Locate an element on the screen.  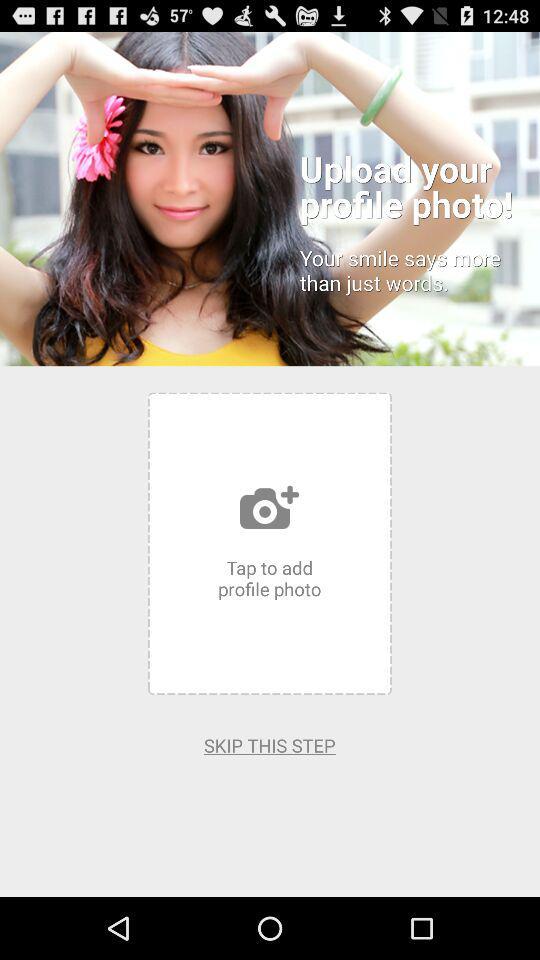
the skip this step is located at coordinates (269, 744).